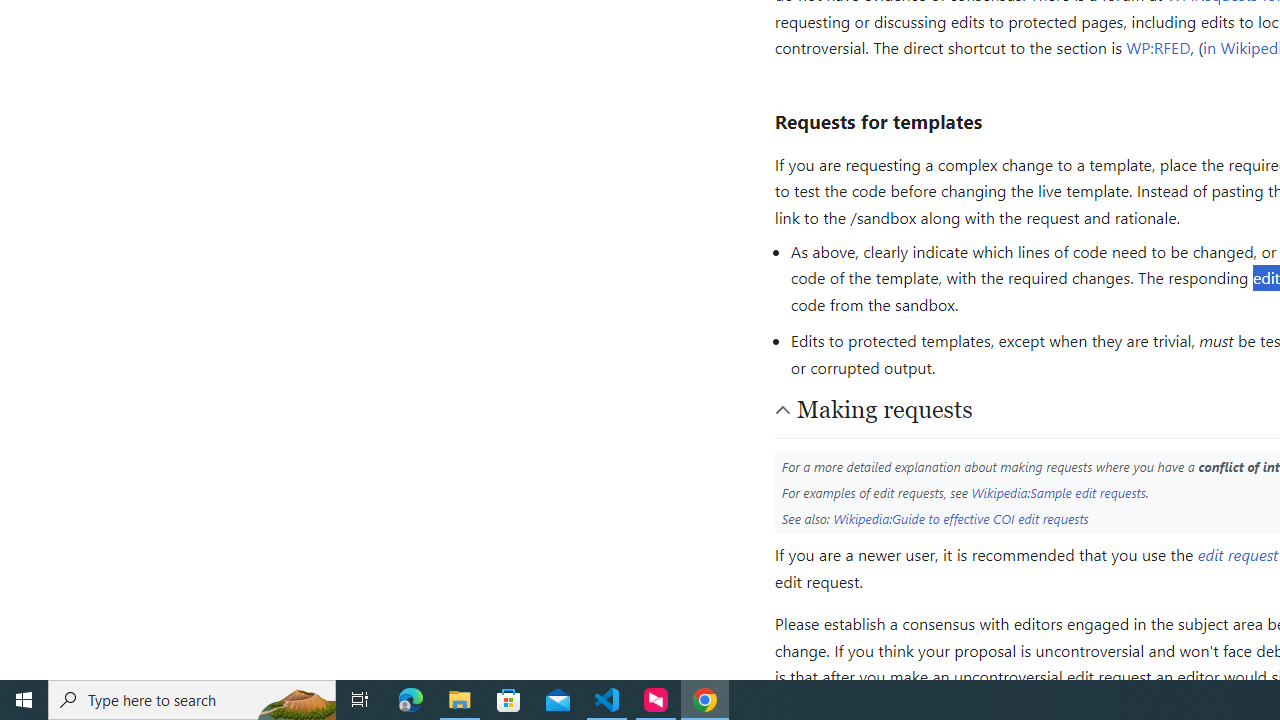 The height and width of the screenshot is (720, 1280). What do you see at coordinates (961, 517) in the screenshot?
I see `'Wikipedia:Guide to effective COI edit requests'` at bounding box center [961, 517].